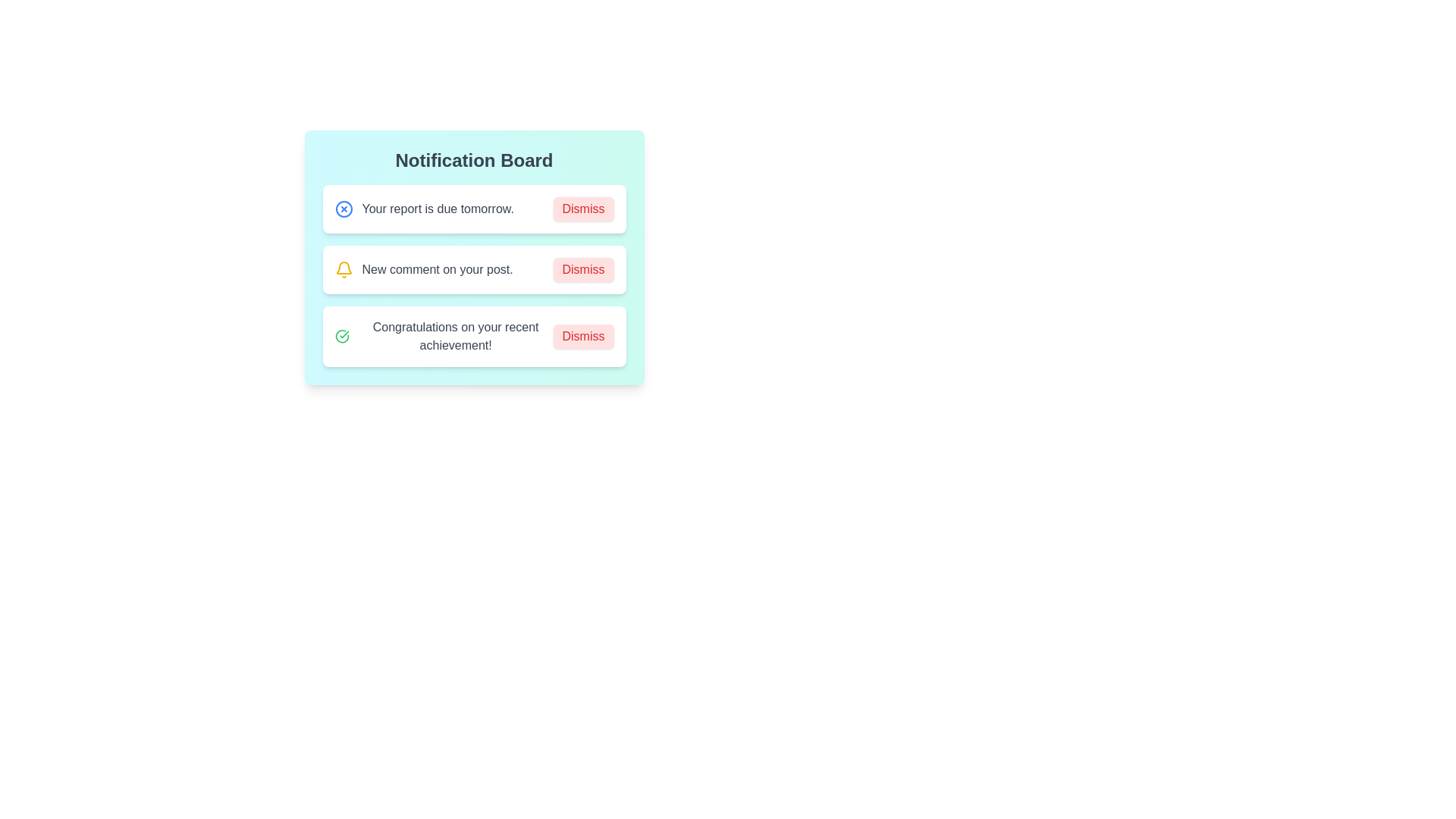  Describe the element at coordinates (582, 209) in the screenshot. I see `'Dismiss' button for the notification with the message 'Your report is due tomorrow.'` at that location.